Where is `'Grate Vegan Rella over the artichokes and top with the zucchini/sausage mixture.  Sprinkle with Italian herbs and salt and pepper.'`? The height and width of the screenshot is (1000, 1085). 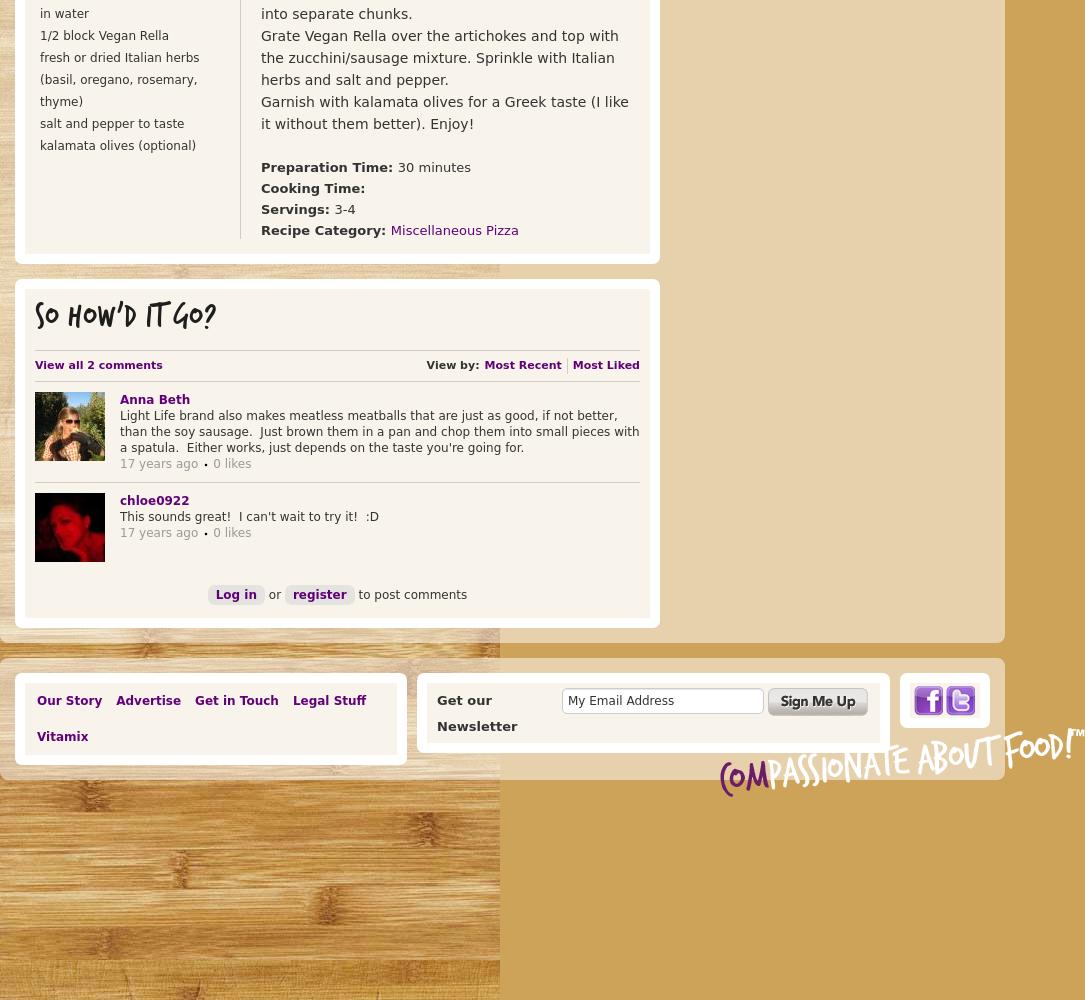
'Grate Vegan Rella over the artichokes and top with the zucchini/sausage mixture.  Sprinkle with Italian herbs and salt and pepper.' is located at coordinates (438, 58).